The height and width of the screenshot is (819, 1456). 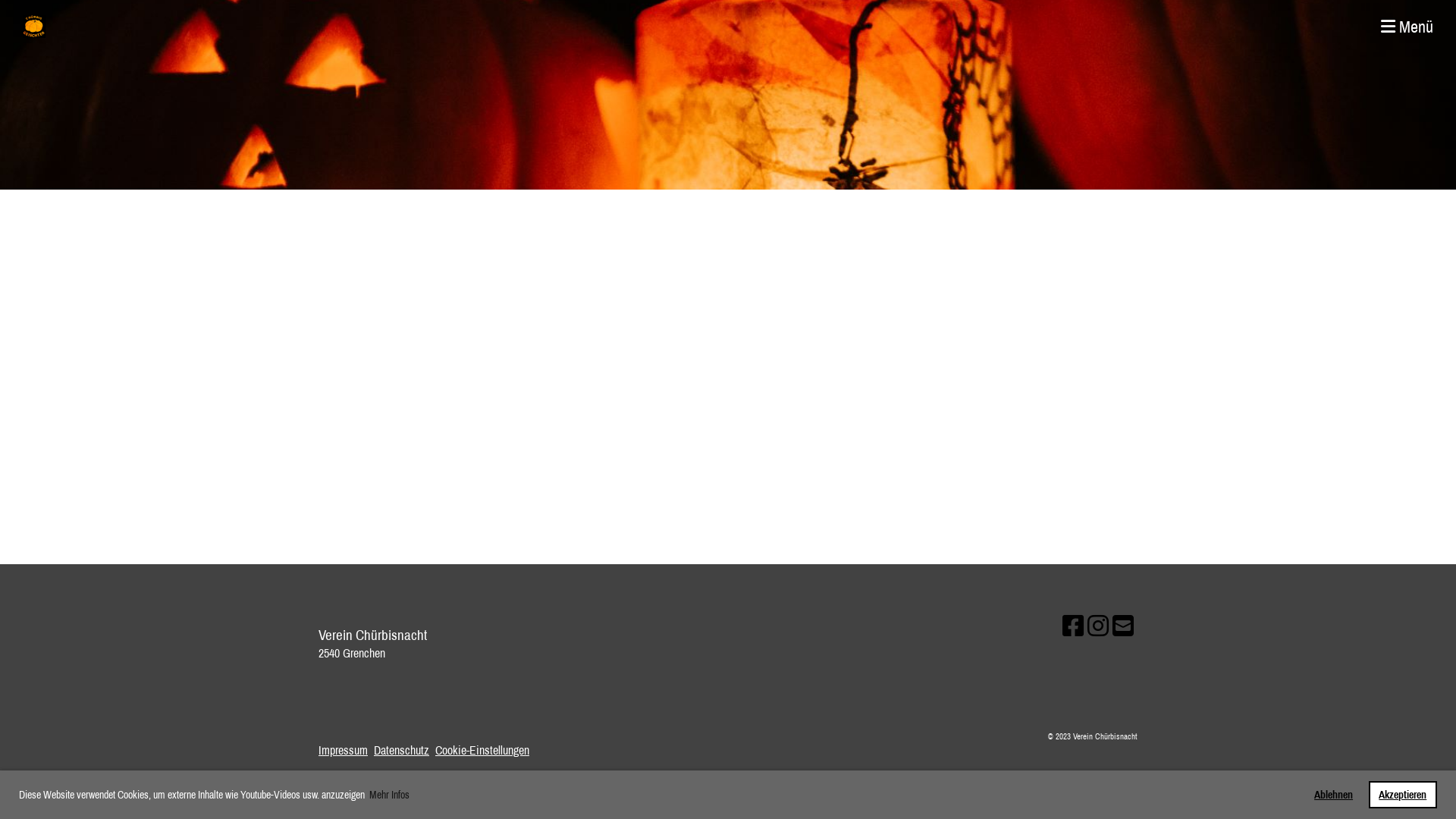 I want to click on 'Akzeptieren', so click(x=1401, y=794).